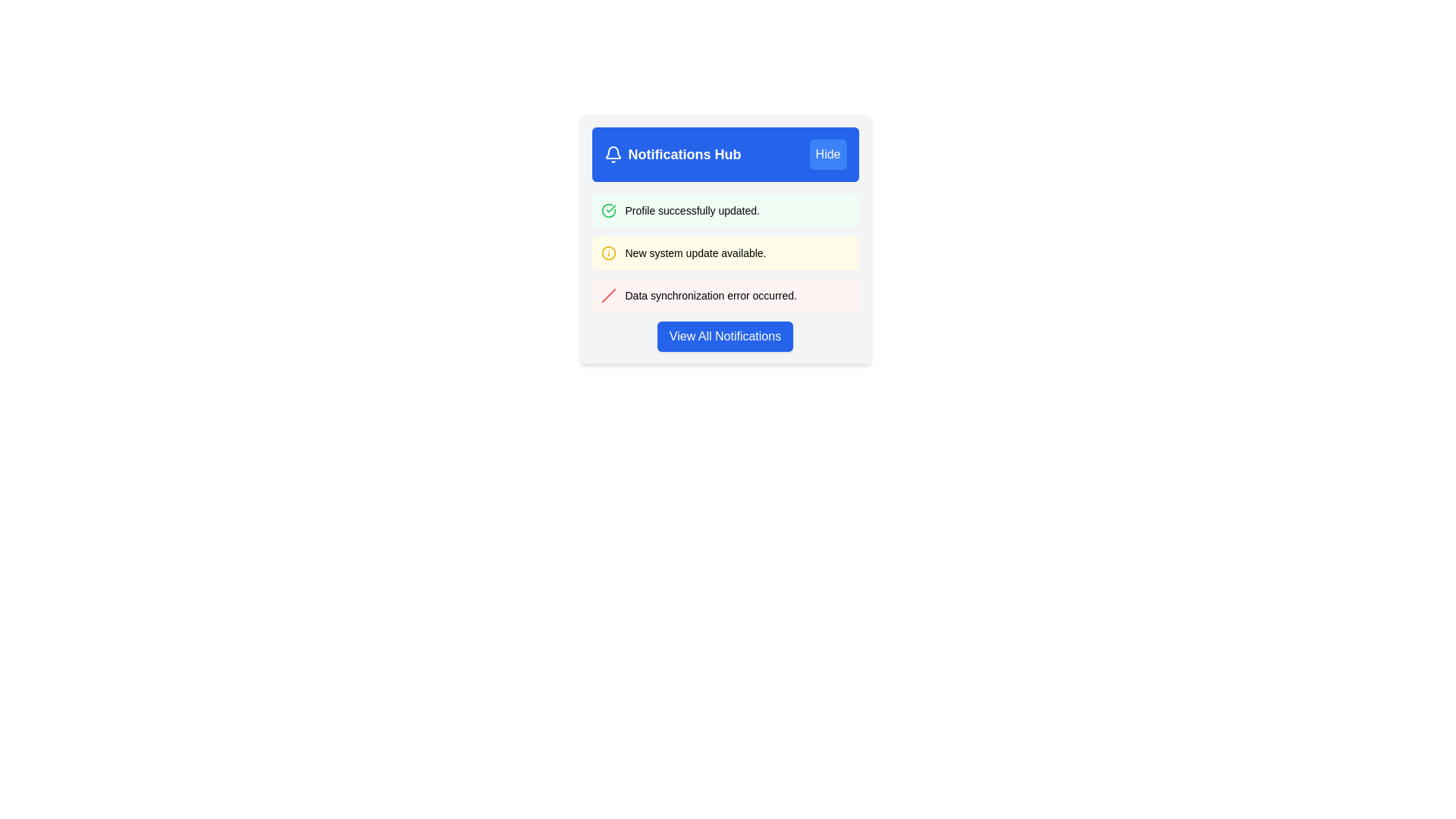 This screenshot has height=819, width=1456. I want to click on the rectangular button labeled 'Hide' with white text against a blue background located at the top-right corner of the 'Notifications Hub' section to change its color, so click(827, 155).